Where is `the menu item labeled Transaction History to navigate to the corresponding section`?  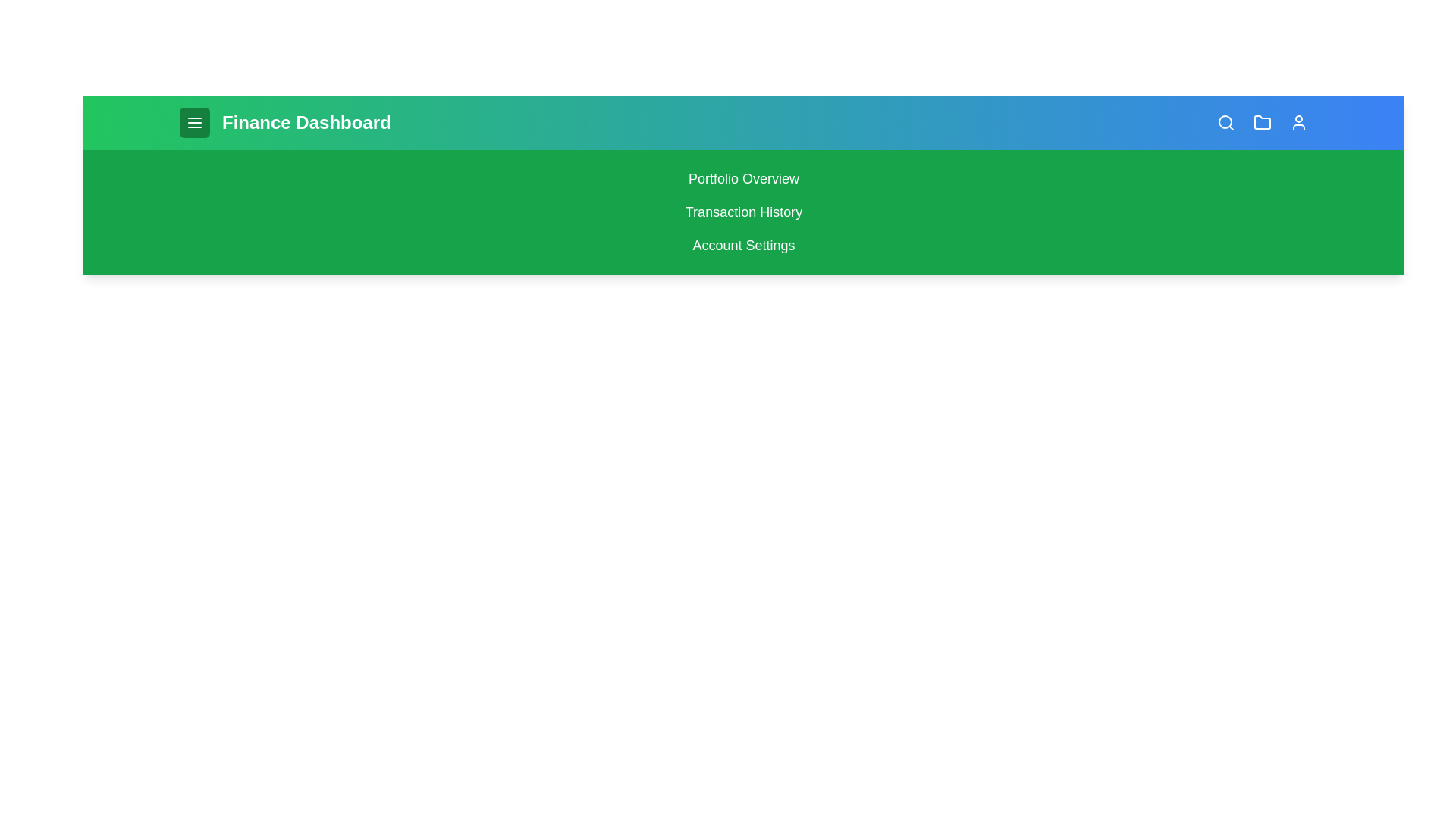
the menu item labeled Transaction History to navigate to the corresponding section is located at coordinates (743, 212).